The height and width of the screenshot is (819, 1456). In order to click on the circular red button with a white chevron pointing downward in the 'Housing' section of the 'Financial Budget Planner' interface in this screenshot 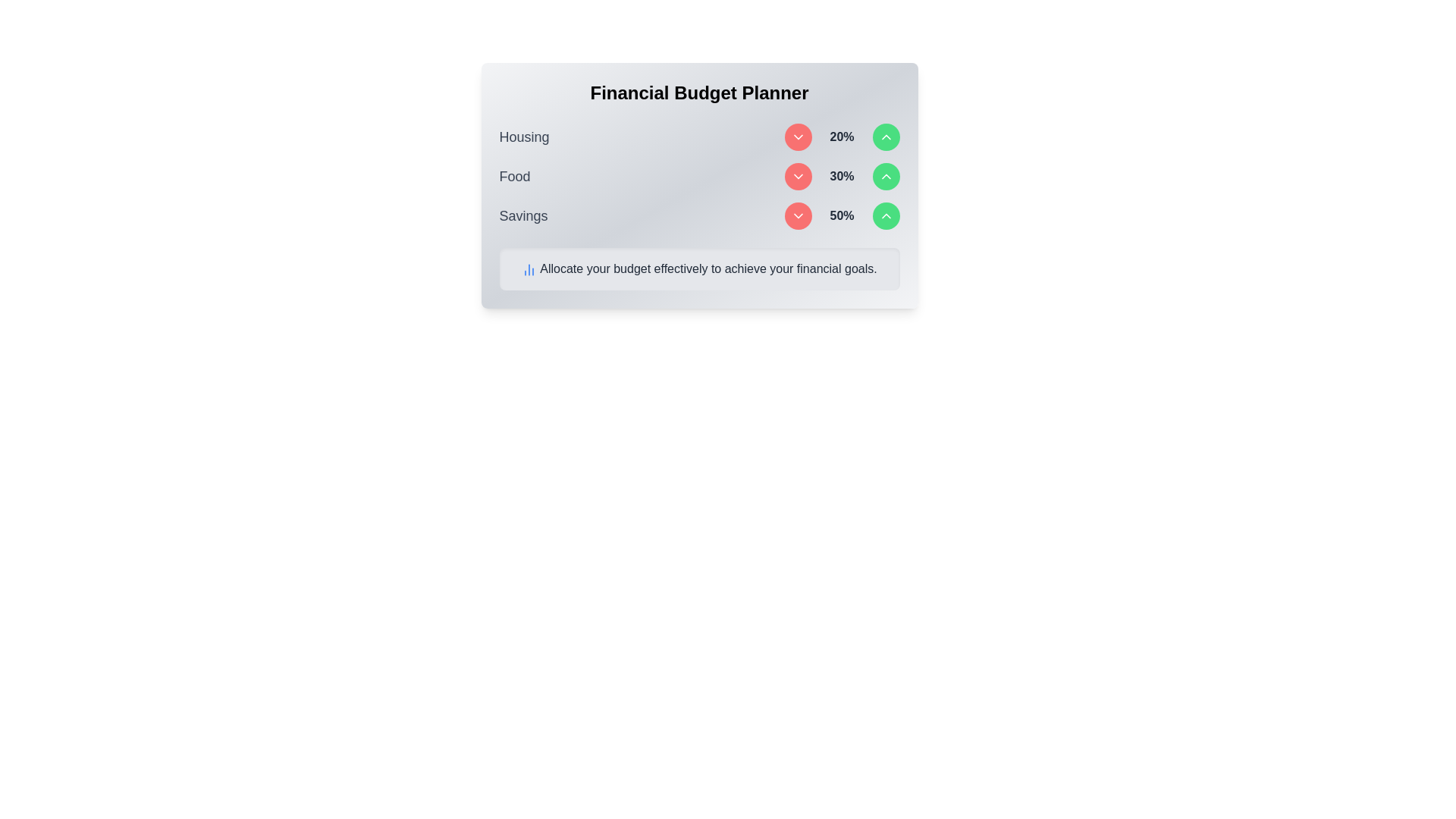, I will do `click(797, 137)`.